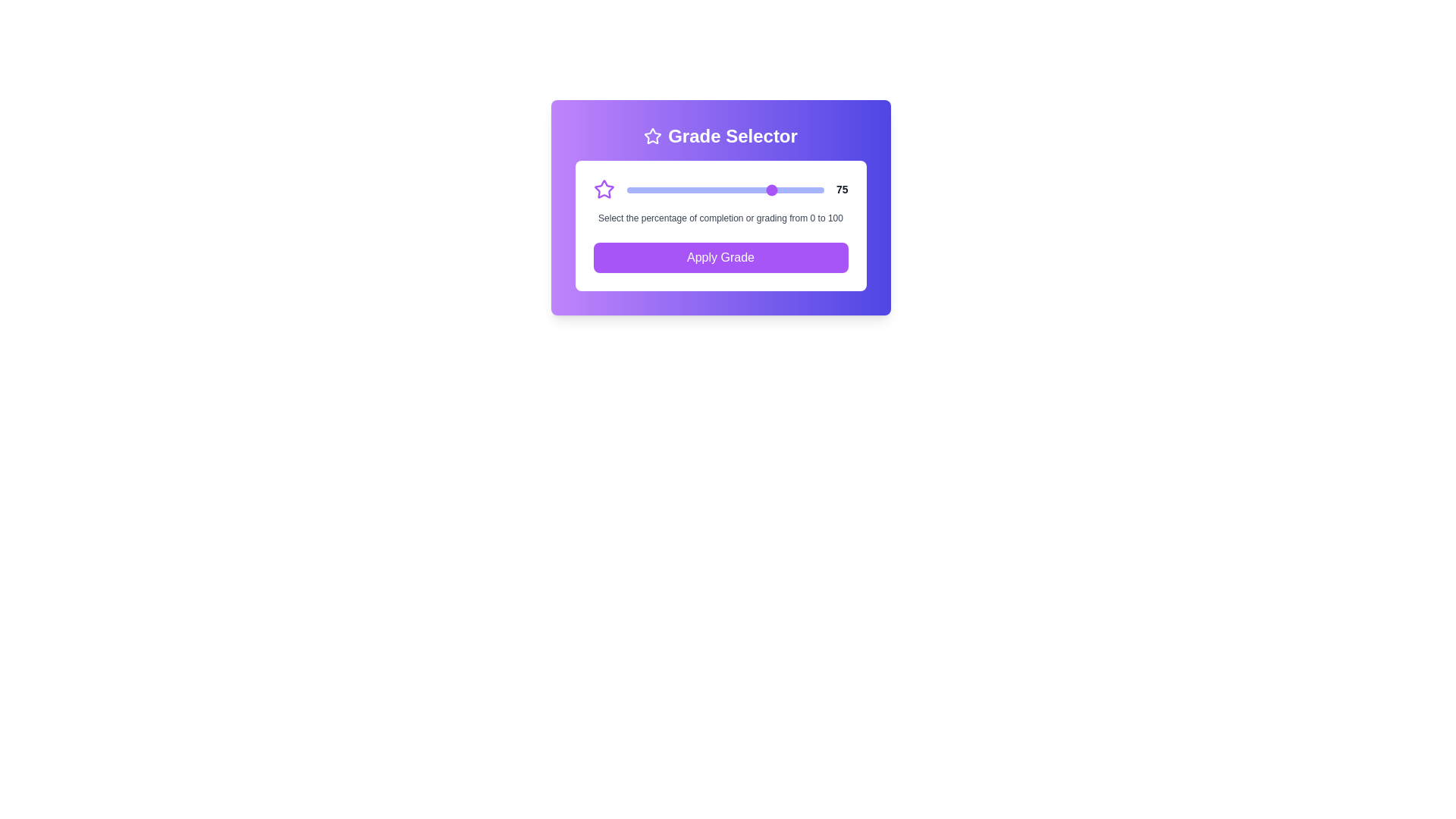  I want to click on the slider's value, so click(630, 189).